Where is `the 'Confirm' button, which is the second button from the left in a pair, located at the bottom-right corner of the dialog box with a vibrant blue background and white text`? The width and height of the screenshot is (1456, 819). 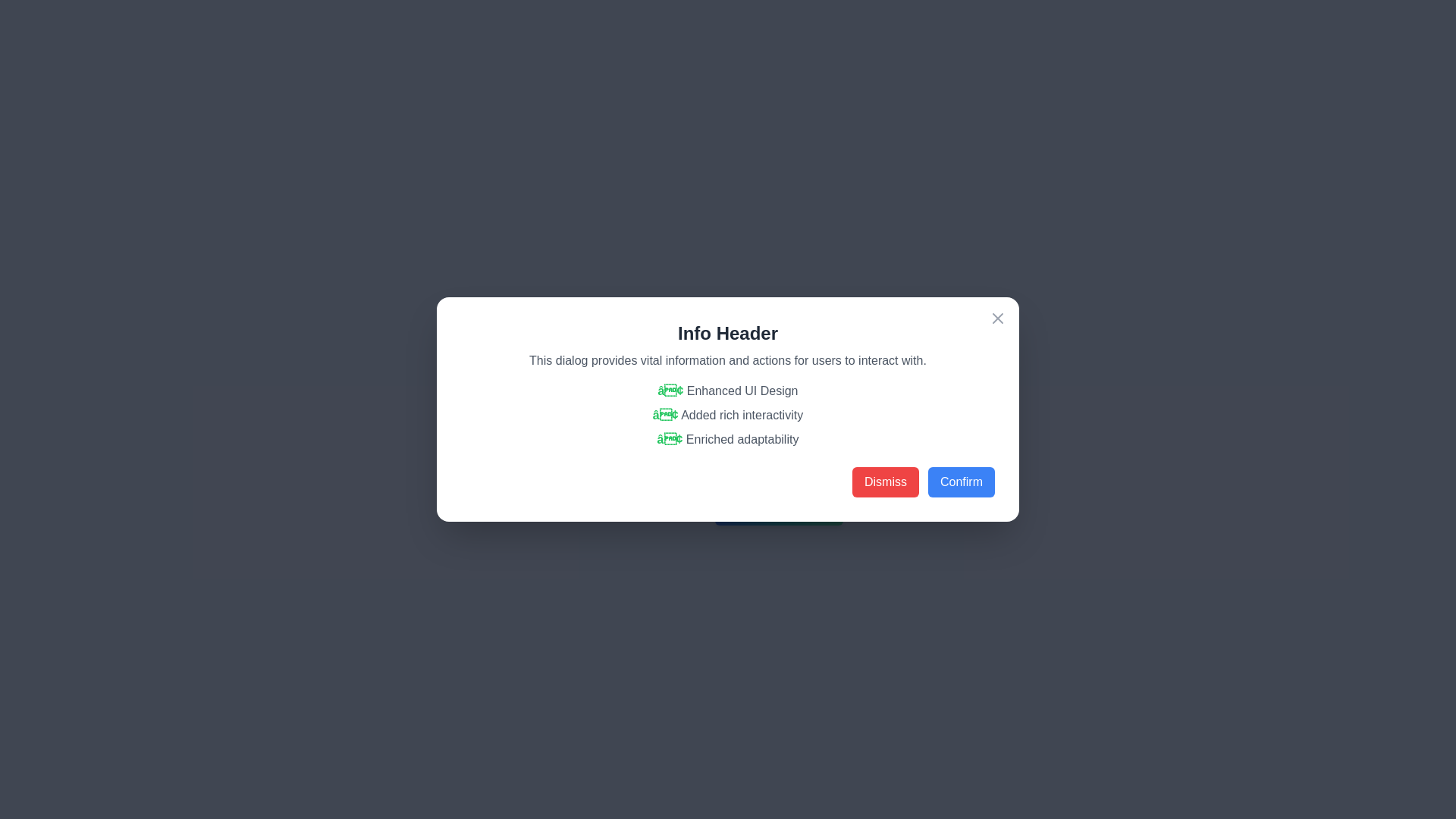
the 'Confirm' button, which is the second button from the left in a pair, located at the bottom-right corner of the dialog box with a vibrant blue background and white text is located at coordinates (960, 482).